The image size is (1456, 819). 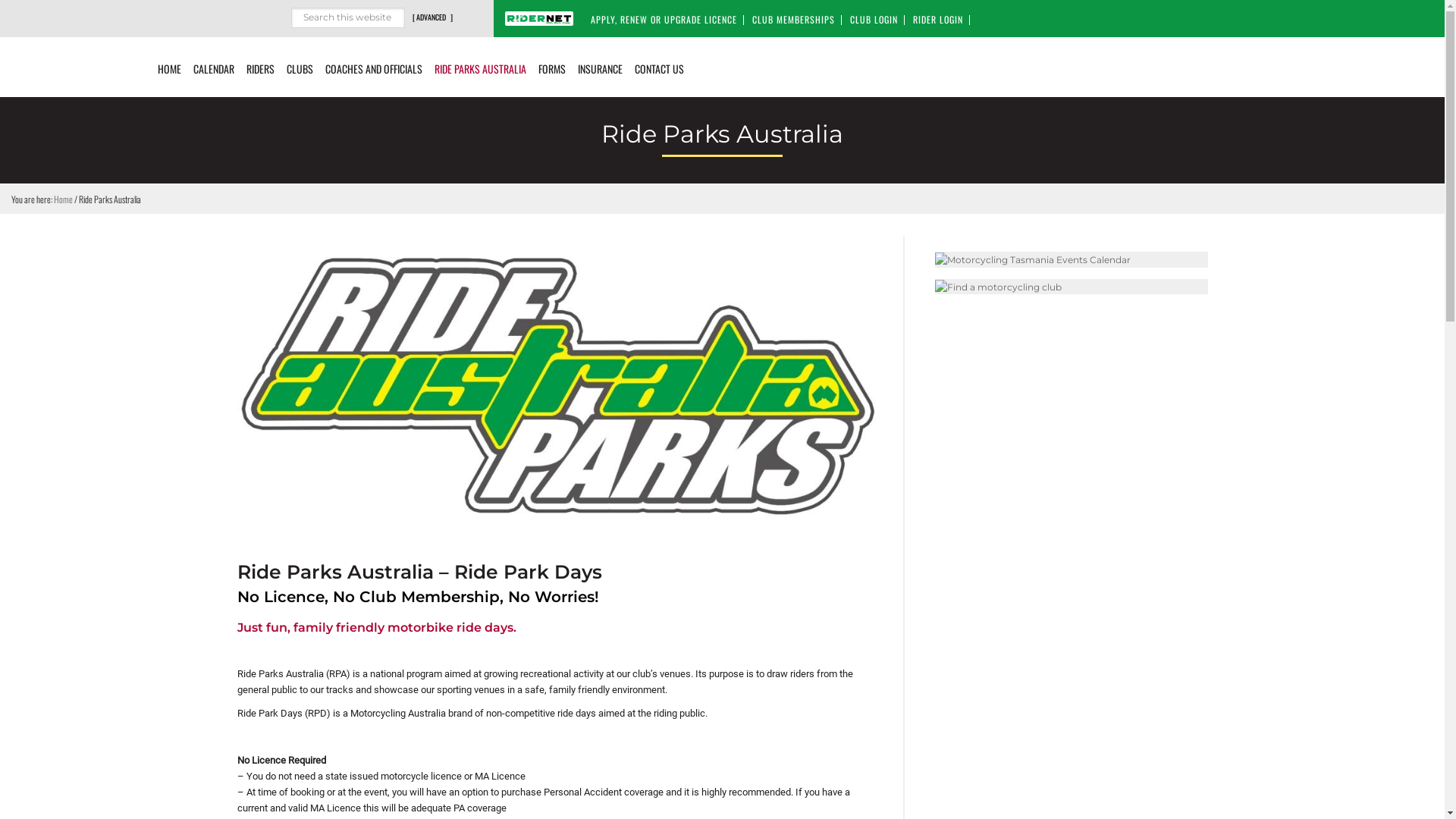 What do you see at coordinates (664, 19) in the screenshot?
I see `'APPLY, RENEW OR UPGRADE LICENCE'` at bounding box center [664, 19].